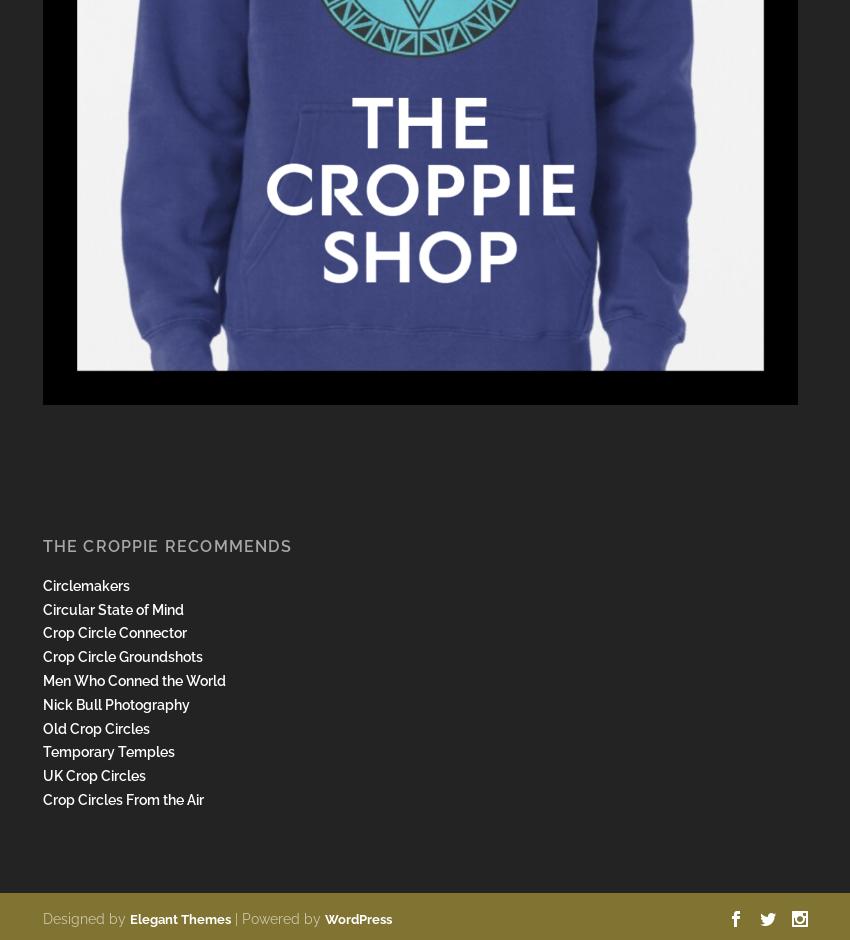 The height and width of the screenshot is (940, 850). Describe the element at coordinates (40, 702) in the screenshot. I see `'Nick Bull Photography'` at that location.